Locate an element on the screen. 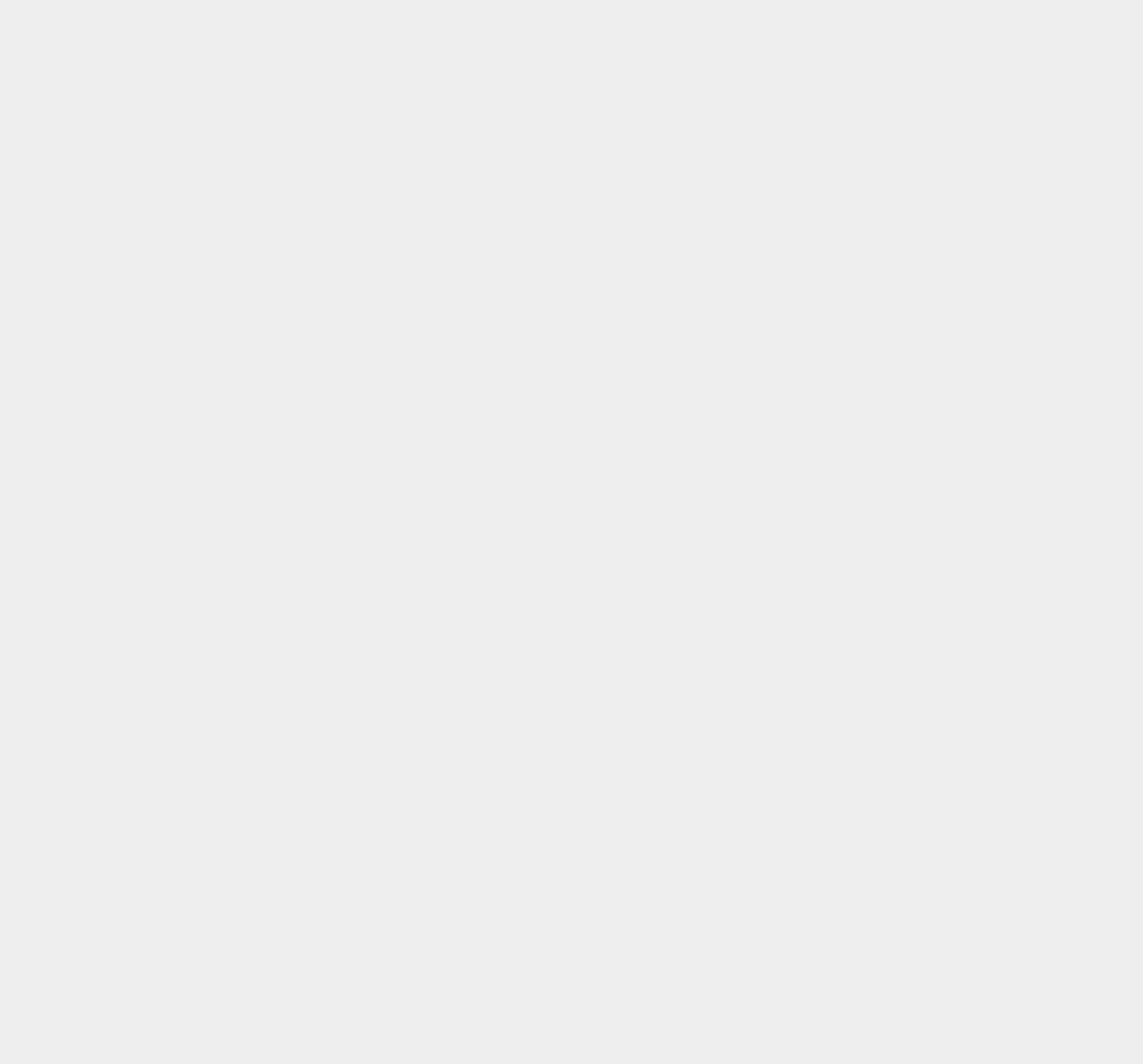 Image resolution: width=1143 pixels, height=1064 pixels. 'Meego' is located at coordinates (827, 356).